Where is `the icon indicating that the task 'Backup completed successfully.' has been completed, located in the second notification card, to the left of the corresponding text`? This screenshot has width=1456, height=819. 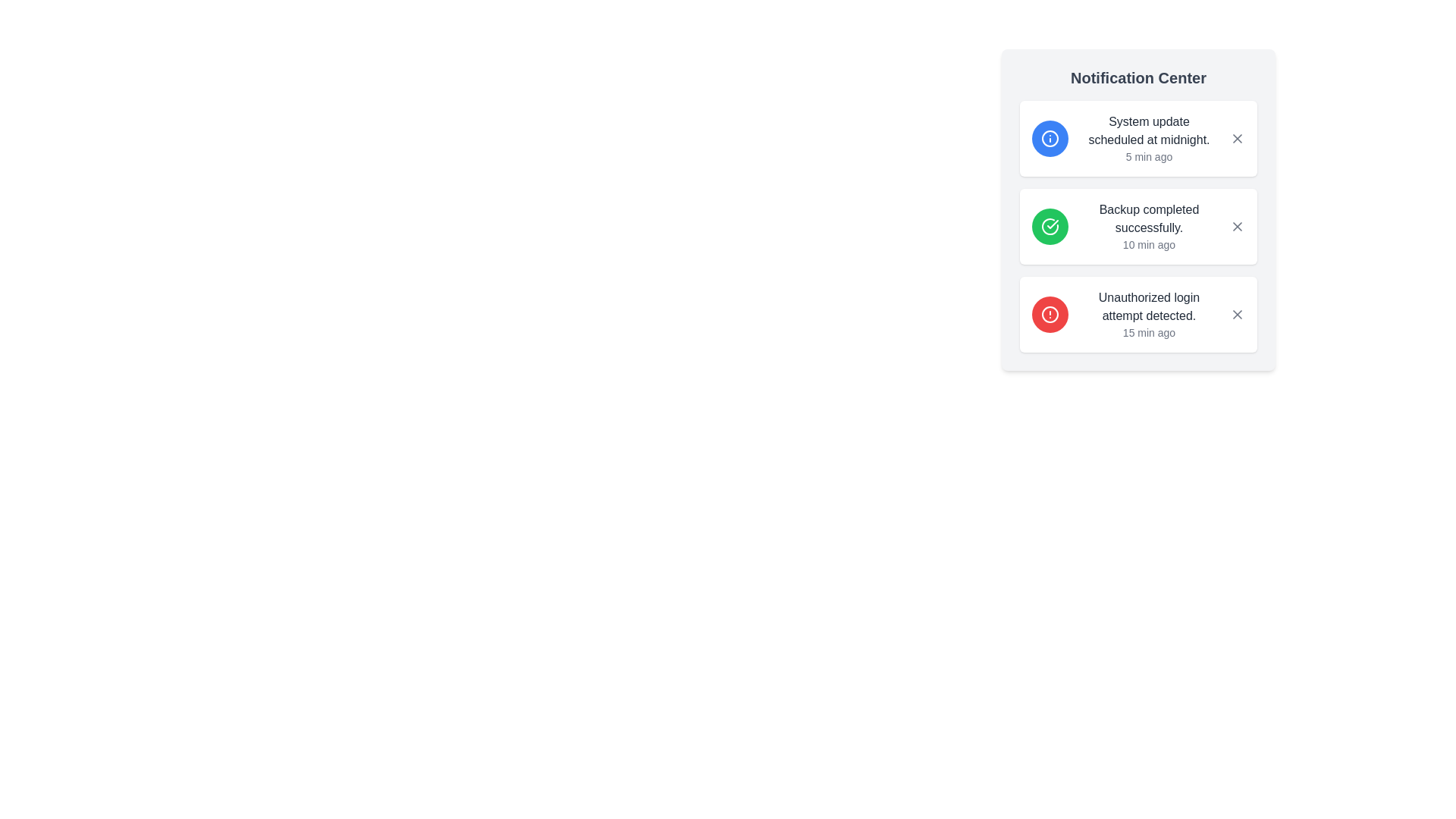
the icon indicating that the task 'Backup completed successfully.' has been completed, located in the second notification card, to the left of the corresponding text is located at coordinates (1052, 224).